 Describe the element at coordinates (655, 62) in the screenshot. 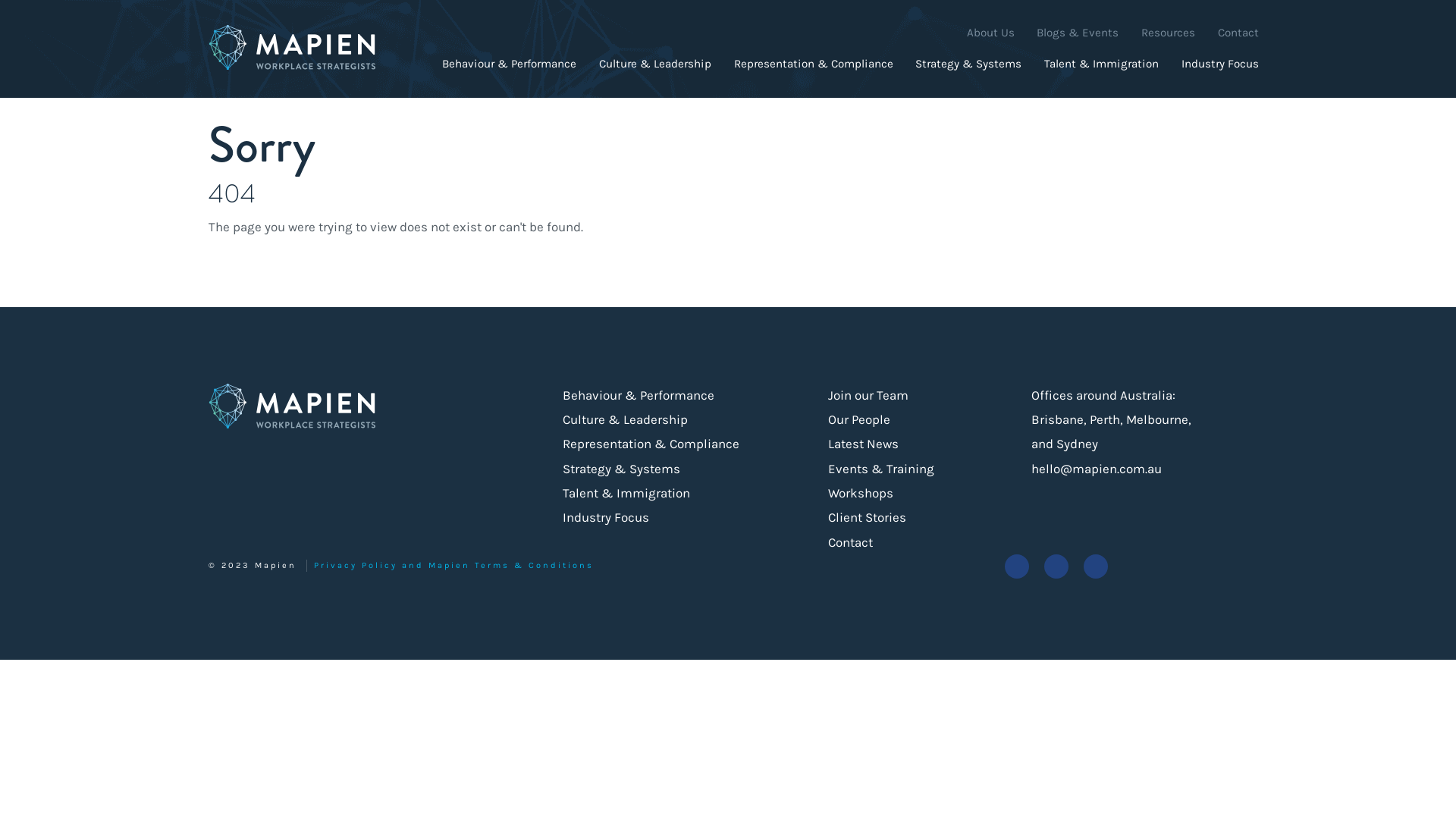

I see `'Culture & Leadership'` at that location.